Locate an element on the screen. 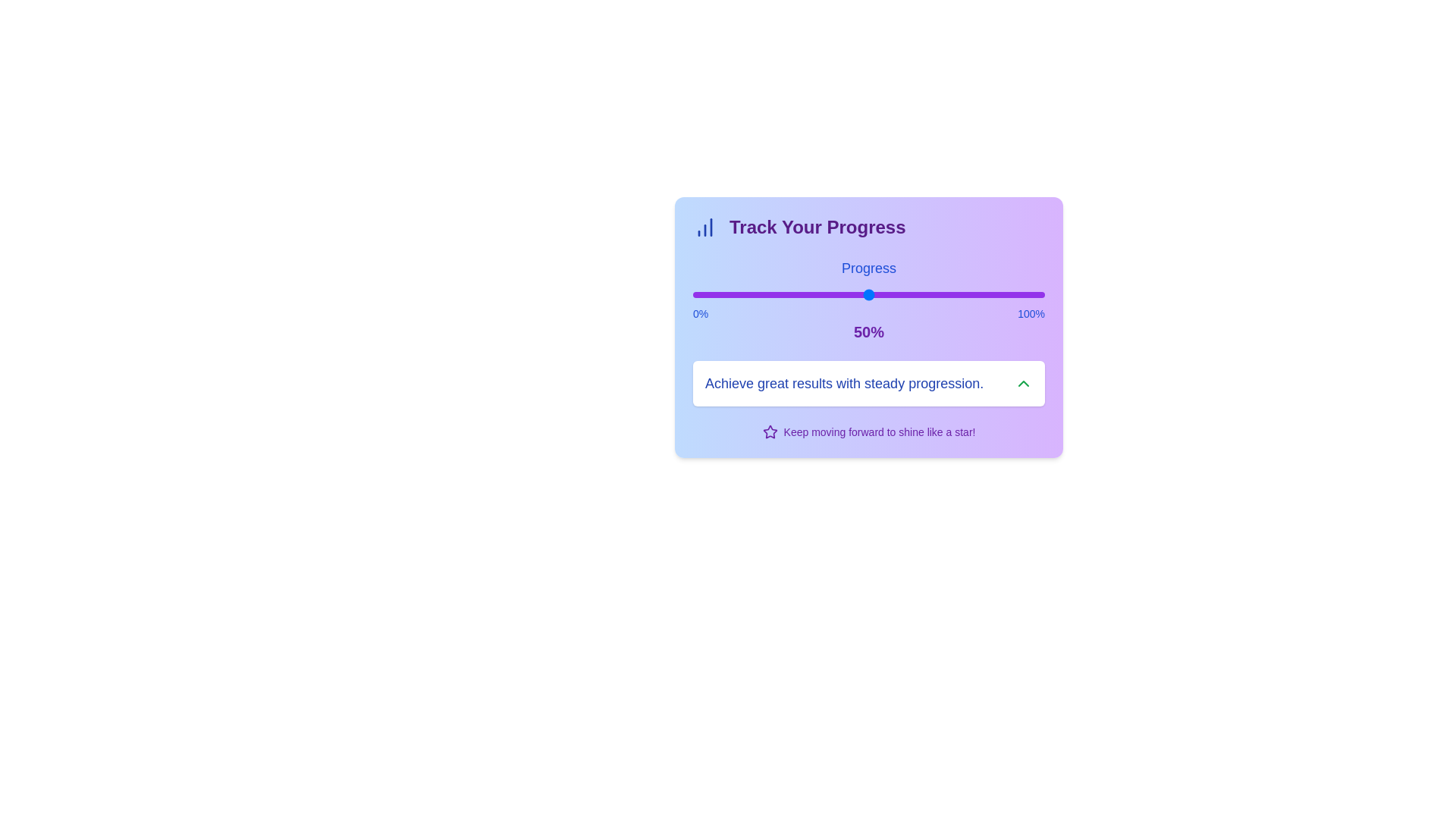 The image size is (1456, 819). the progress value is located at coordinates (826, 295).